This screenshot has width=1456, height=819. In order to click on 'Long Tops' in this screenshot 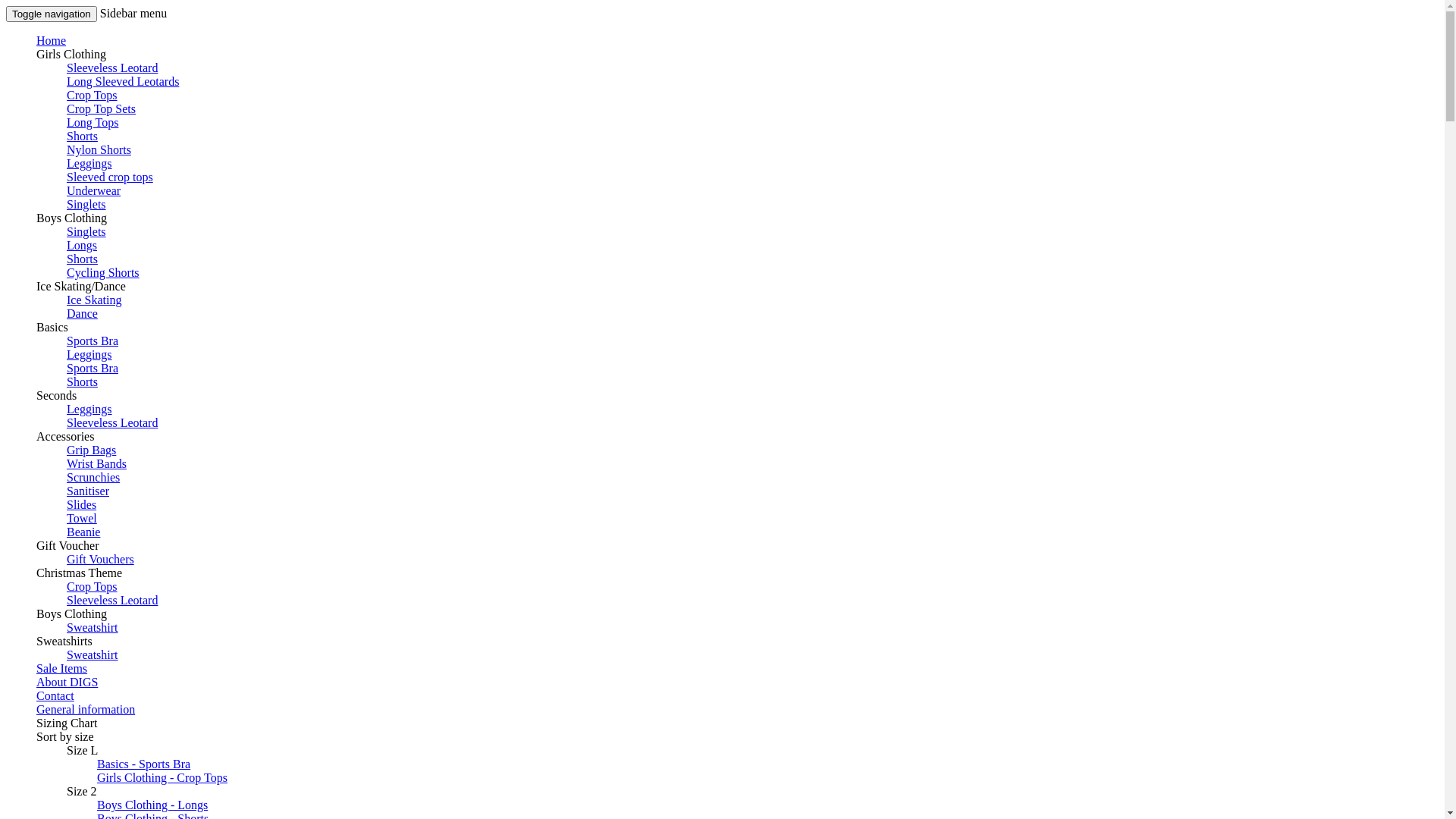, I will do `click(65, 121)`.